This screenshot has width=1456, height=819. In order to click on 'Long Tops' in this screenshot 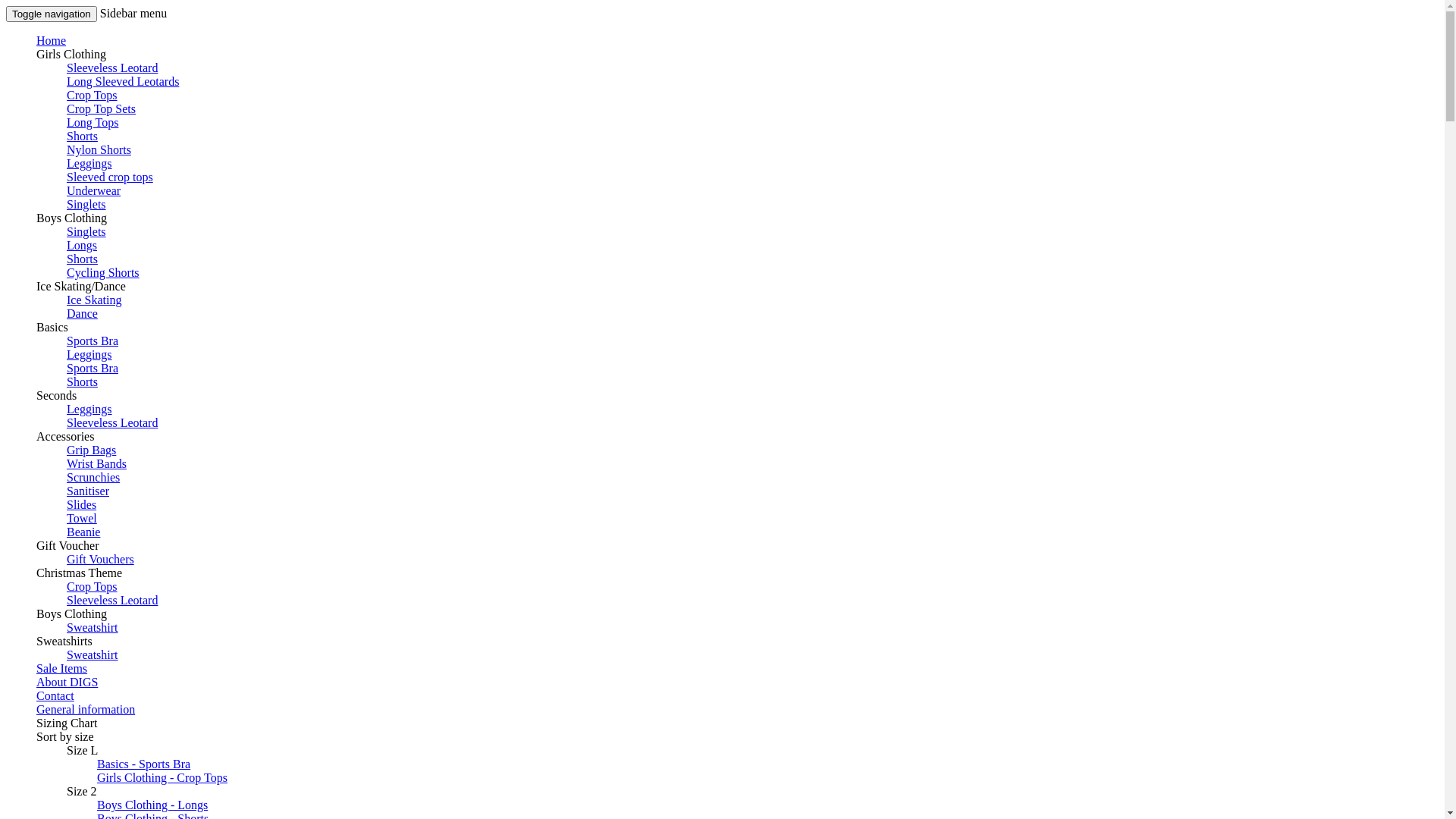, I will do `click(65, 121)`.